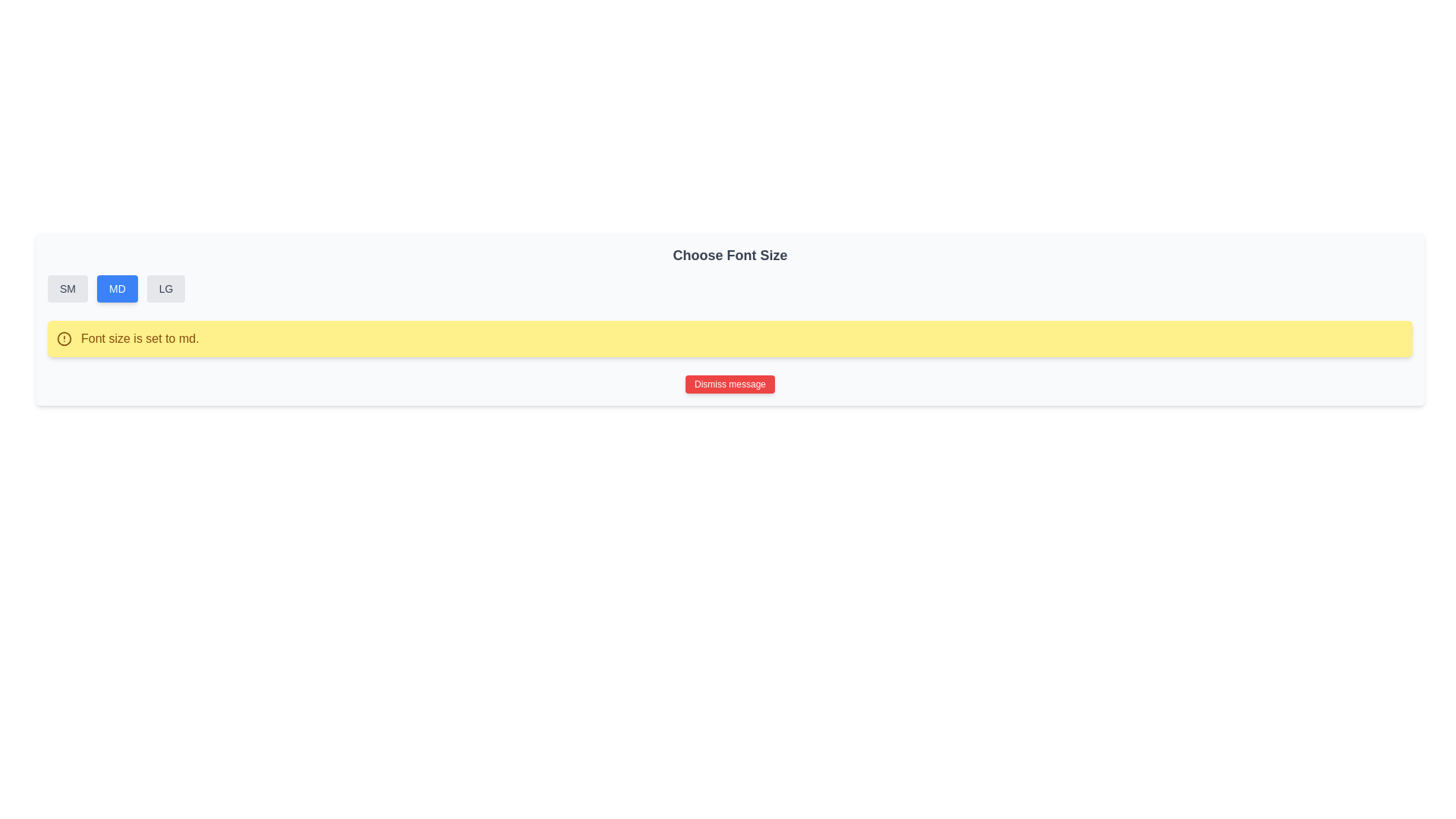 This screenshot has height=819, width=1456. What do you see at coordinates (730, 383) in the screenshot?
I see `the small red button labeled 'Dismiss message' located beneath the yellow notification message area` at bounding box center [730, 383].